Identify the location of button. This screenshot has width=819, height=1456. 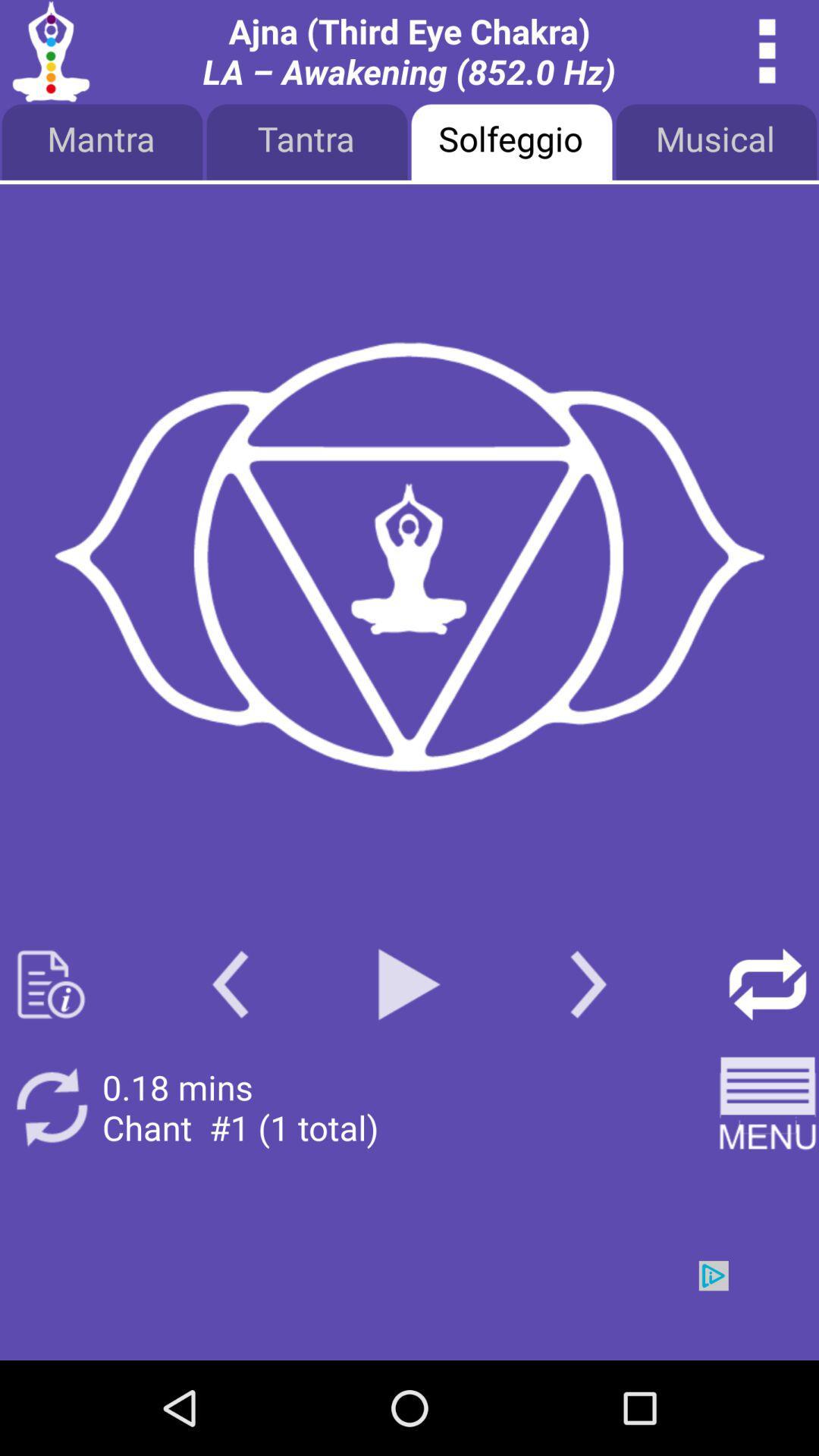
(409, 984).